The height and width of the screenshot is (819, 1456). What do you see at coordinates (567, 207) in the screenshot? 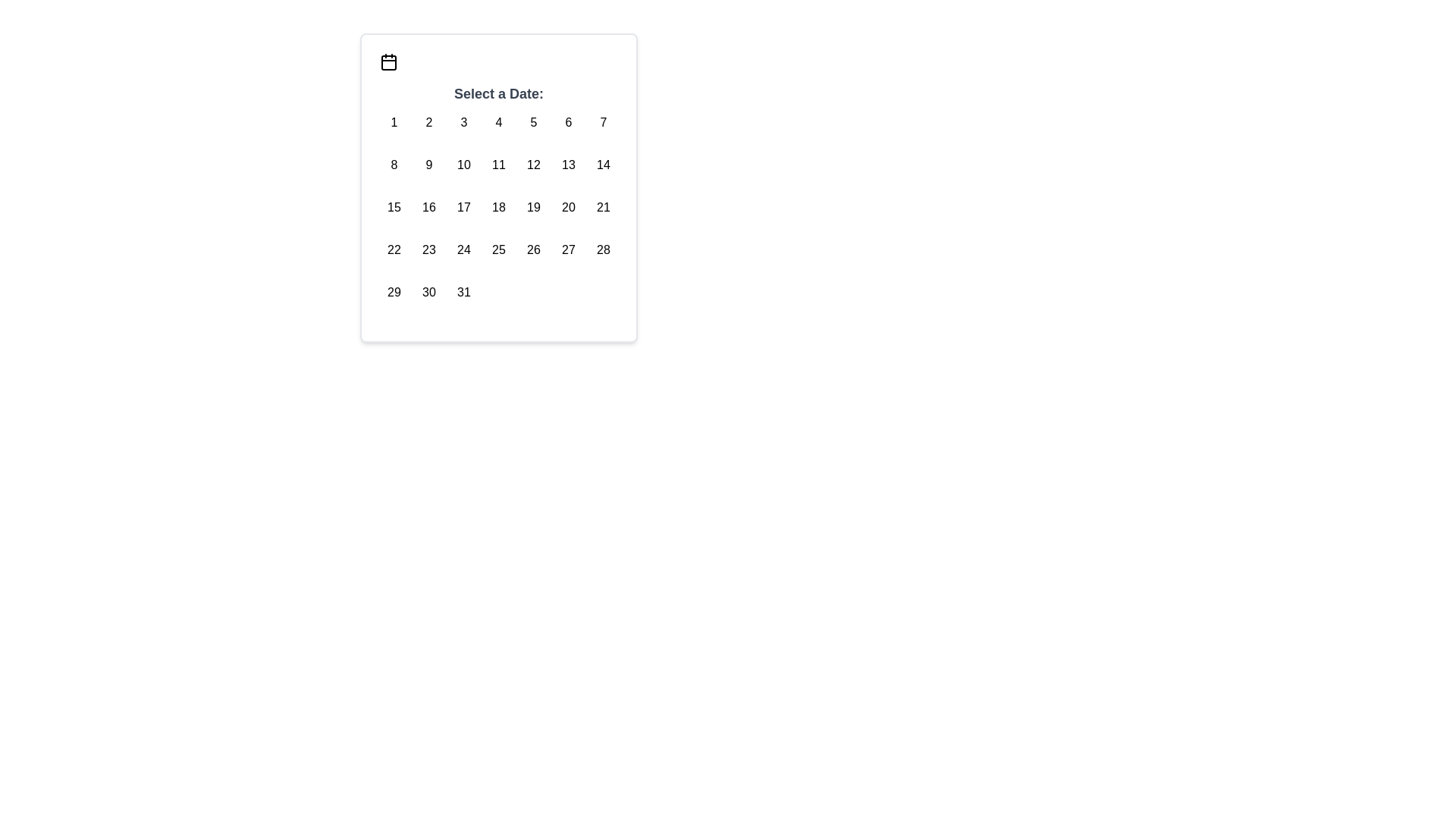
I see `the date selection button for '20' in the calendar interface` at bounding box center [567, 207].